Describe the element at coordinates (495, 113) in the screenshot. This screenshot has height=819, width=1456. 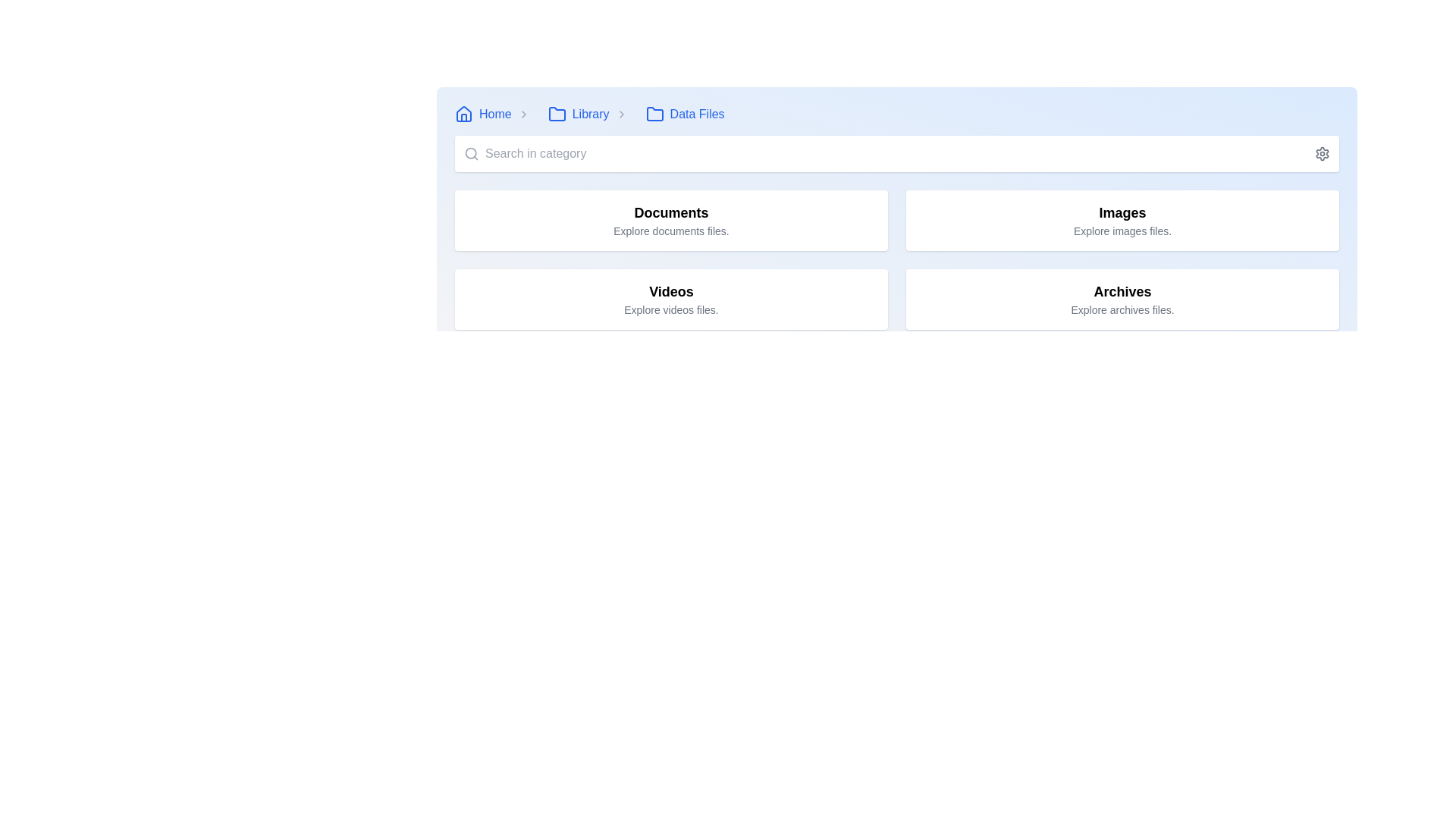
I see `the 'Home' breadcrumb navigation item to return to the root level of the navigation` at that location.